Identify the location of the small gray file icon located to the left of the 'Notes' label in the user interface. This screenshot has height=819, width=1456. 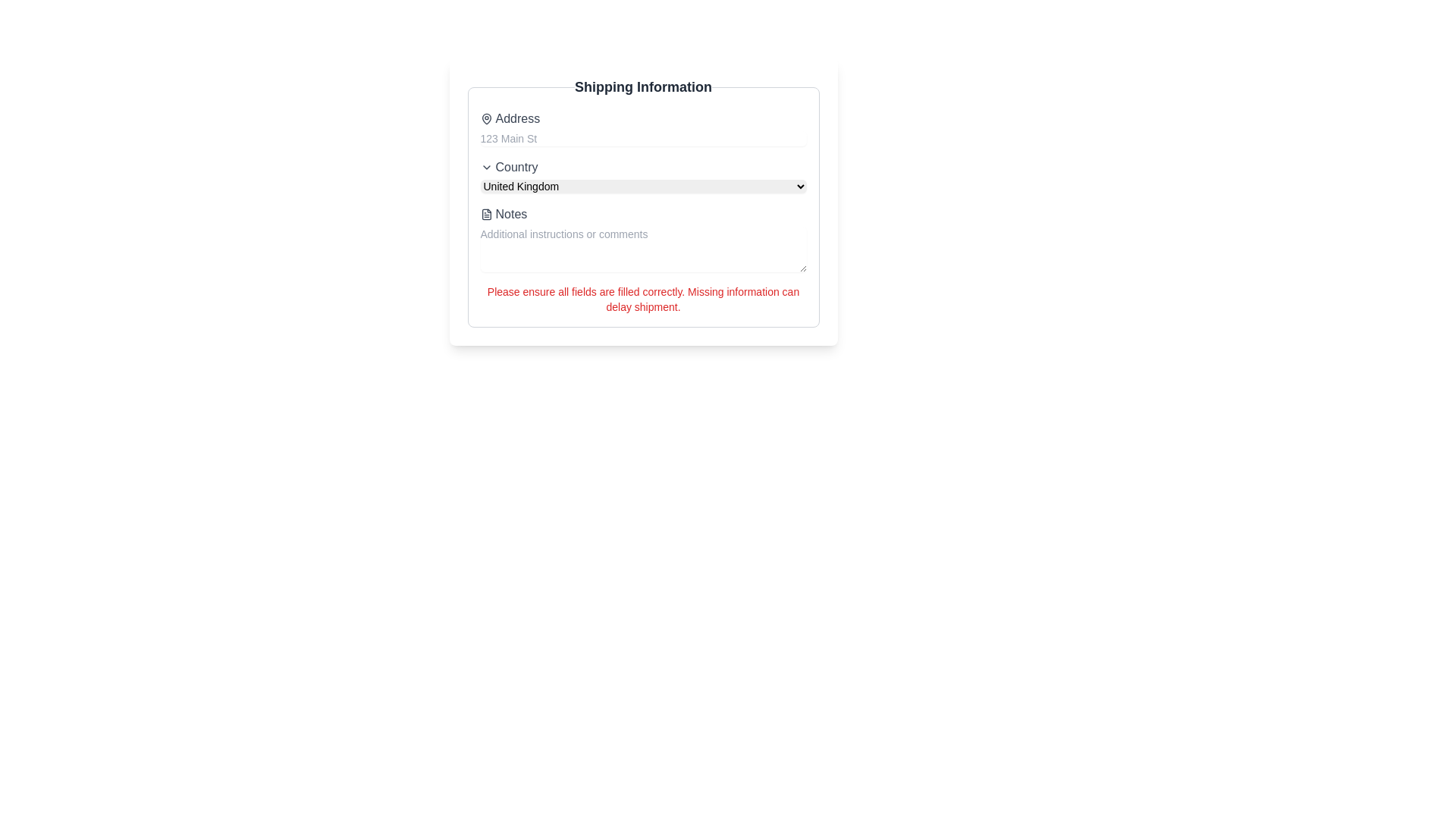
(486, 214).